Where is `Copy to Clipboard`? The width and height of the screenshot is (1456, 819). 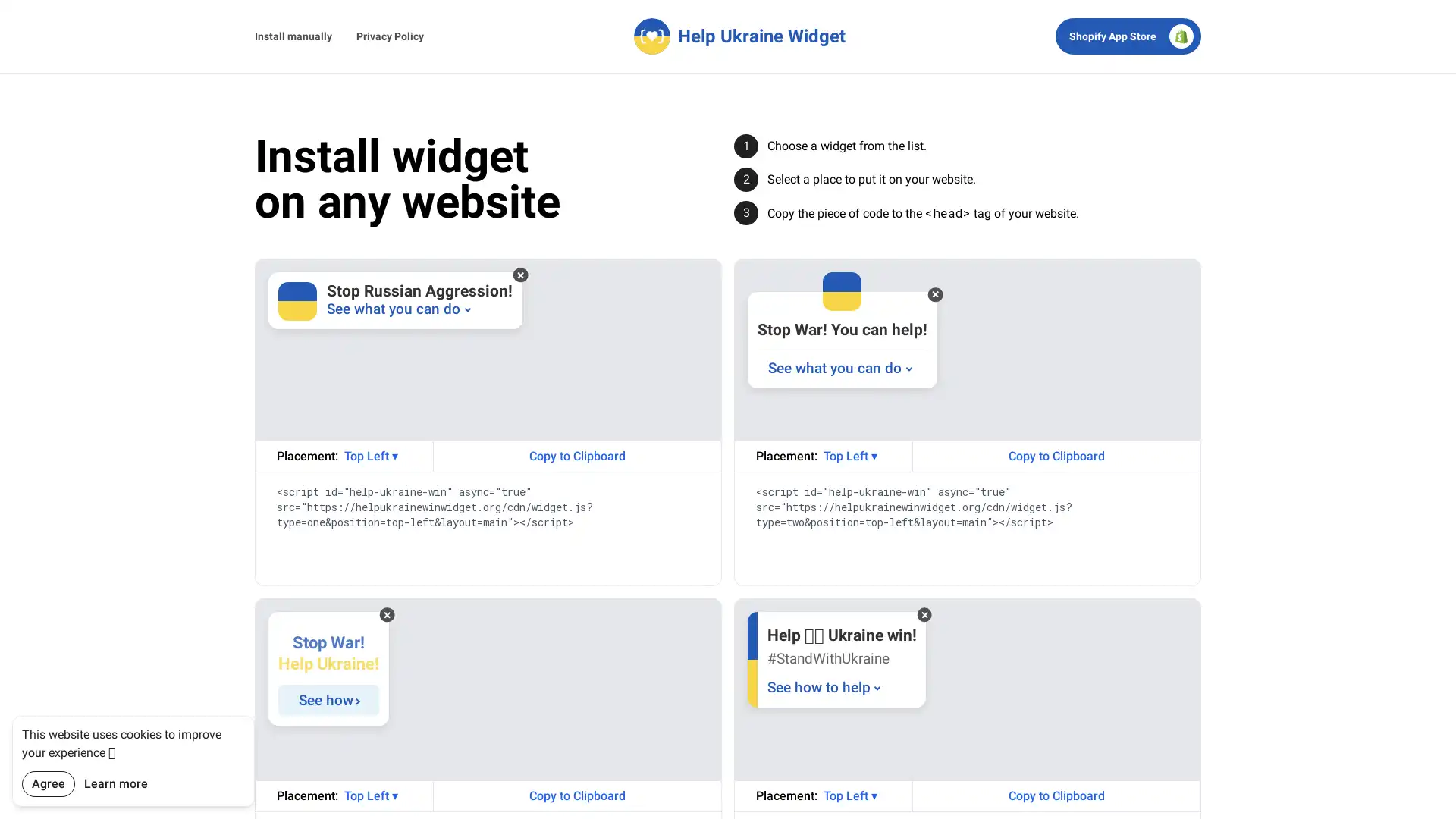
Copy to Clipboard is located at coordinates (1056, 795).